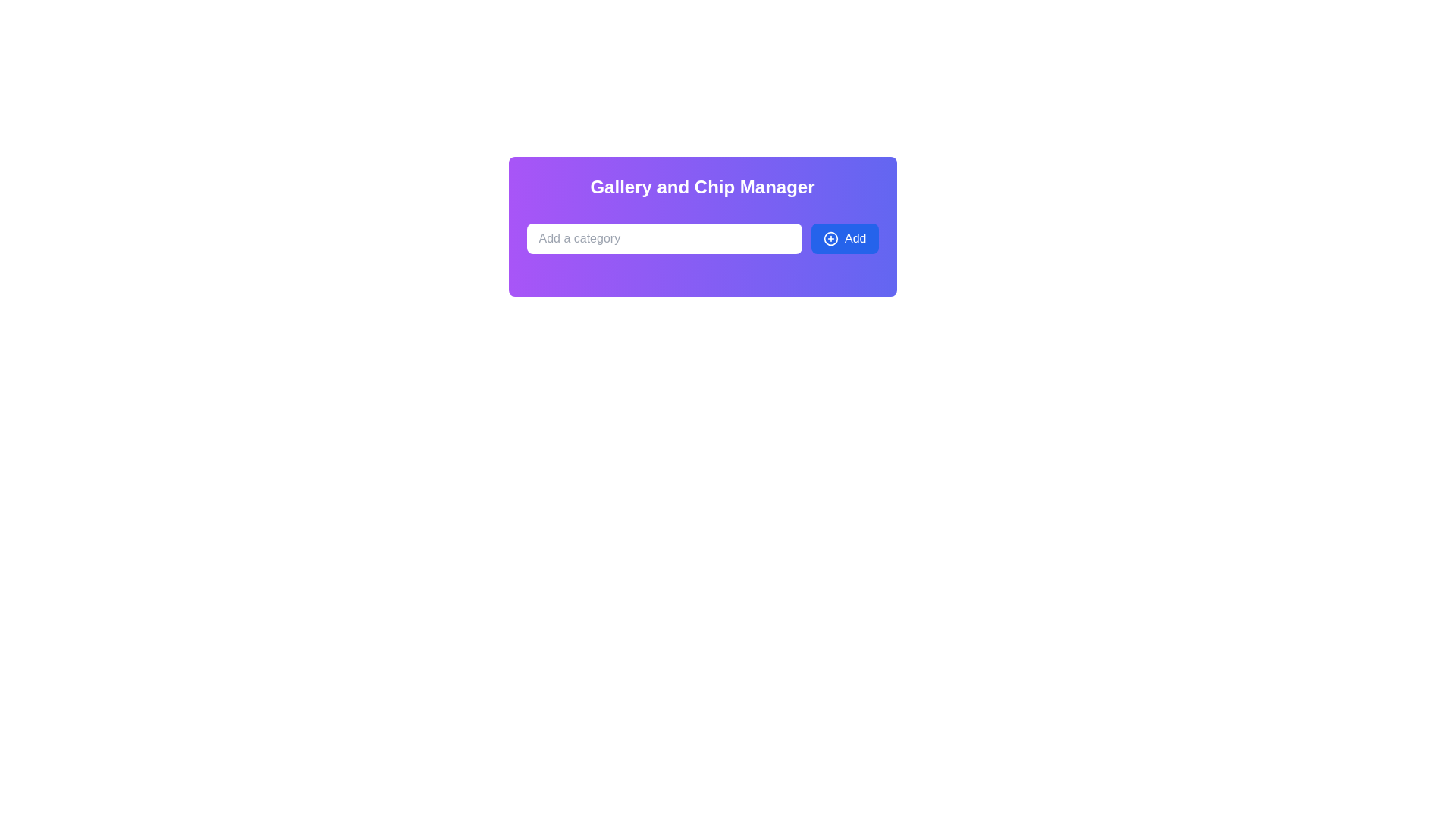 The height and width of the screenshot is (819, 1456). What do you see at coordinates (830, 239) in the screenshot?
I see `the icon located within the 'Add' button on the right end` at bounding box center [830, 239].